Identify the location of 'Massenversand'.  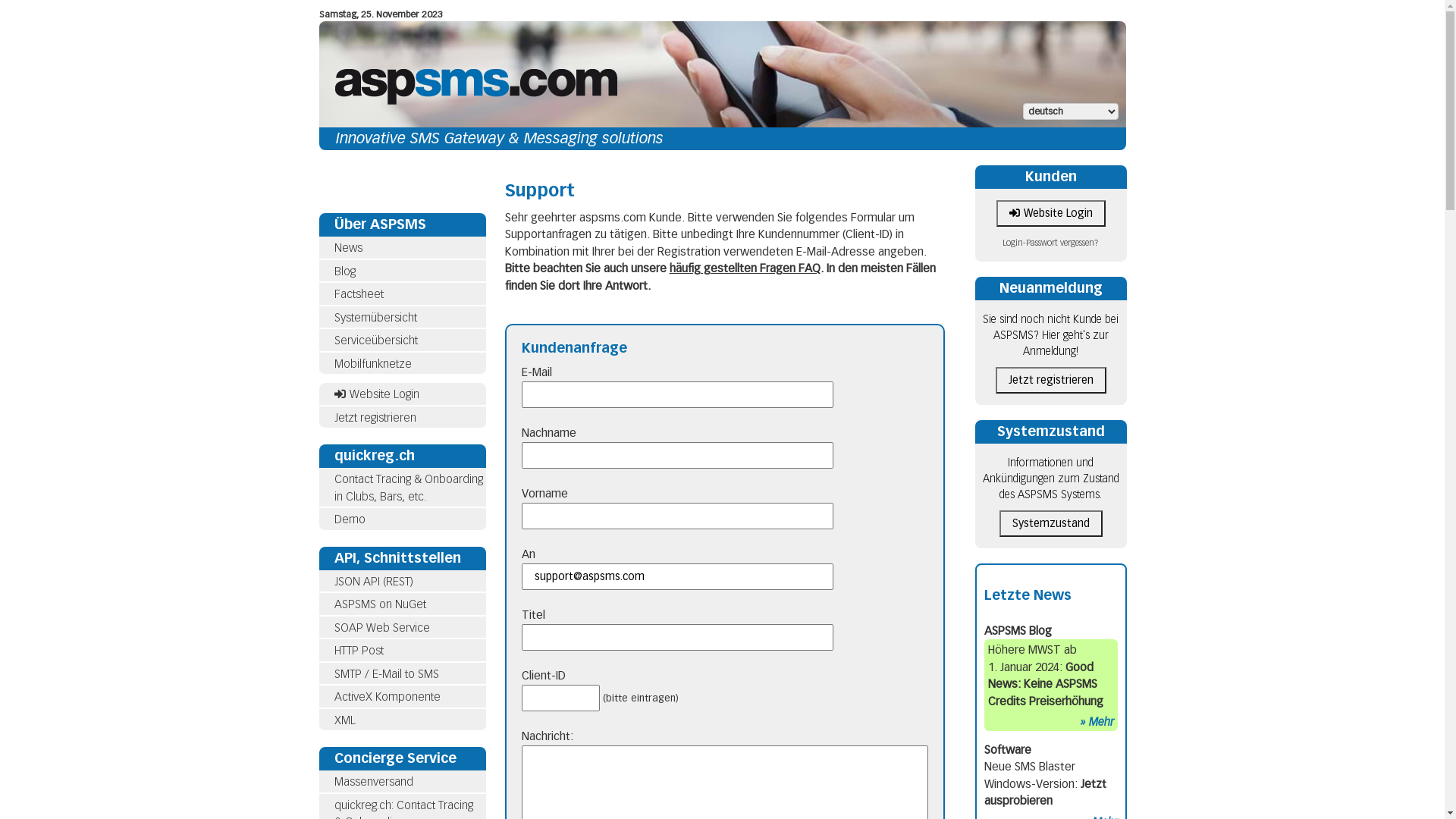
(372, 781).